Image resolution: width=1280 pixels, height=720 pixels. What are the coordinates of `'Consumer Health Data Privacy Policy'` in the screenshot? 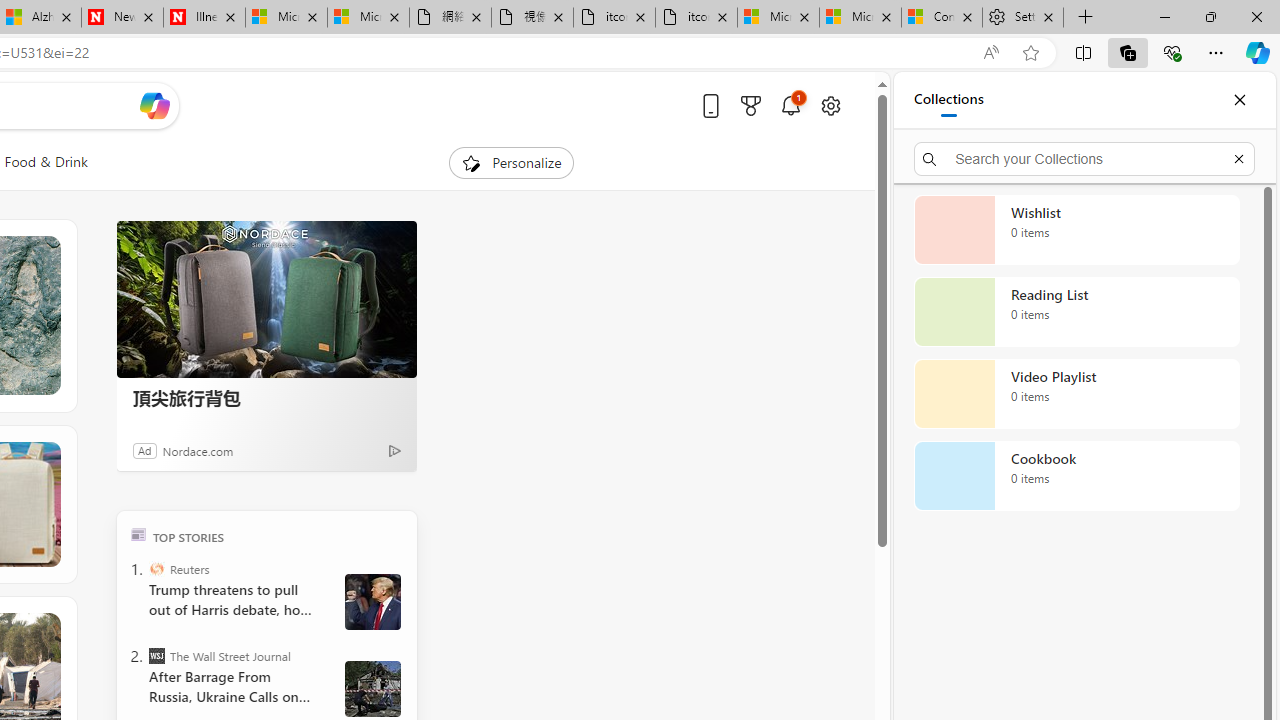 It's located at (941, 17).